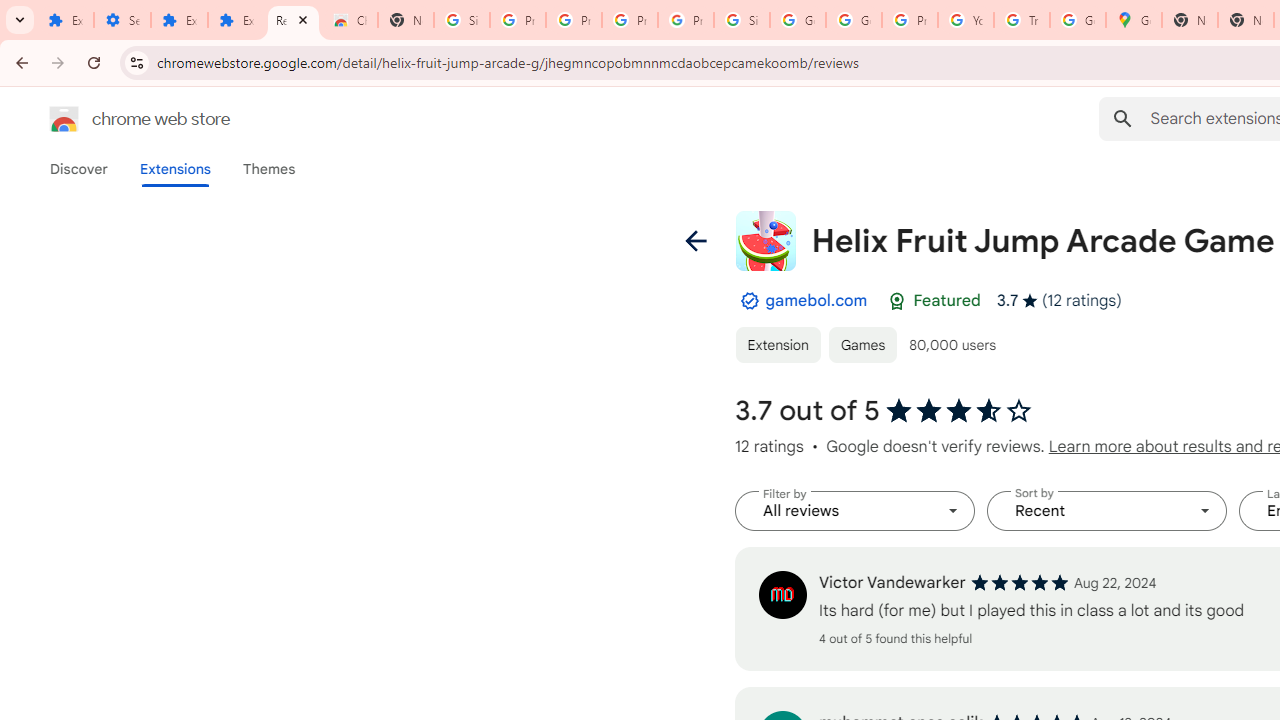  Describe the element at coordinates (350, 20) in the screenshot. I see `'Chrome Web Store - Themes'` at that location.